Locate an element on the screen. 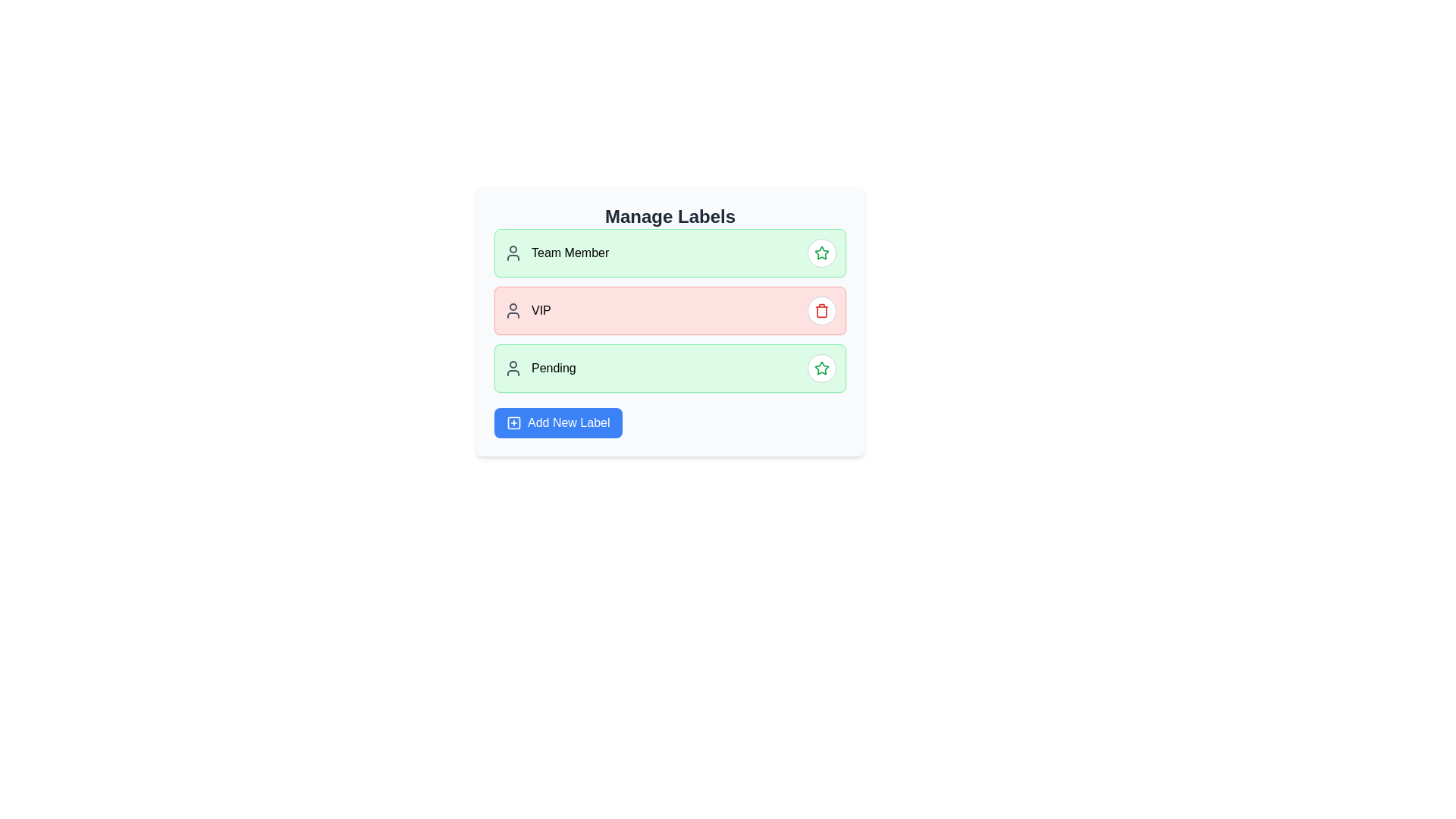  the Iconic graphical component of the 'Add New Label' button, which is a 24x24 SVG icon located at the left end of the button is located at coordinates (513, 423).